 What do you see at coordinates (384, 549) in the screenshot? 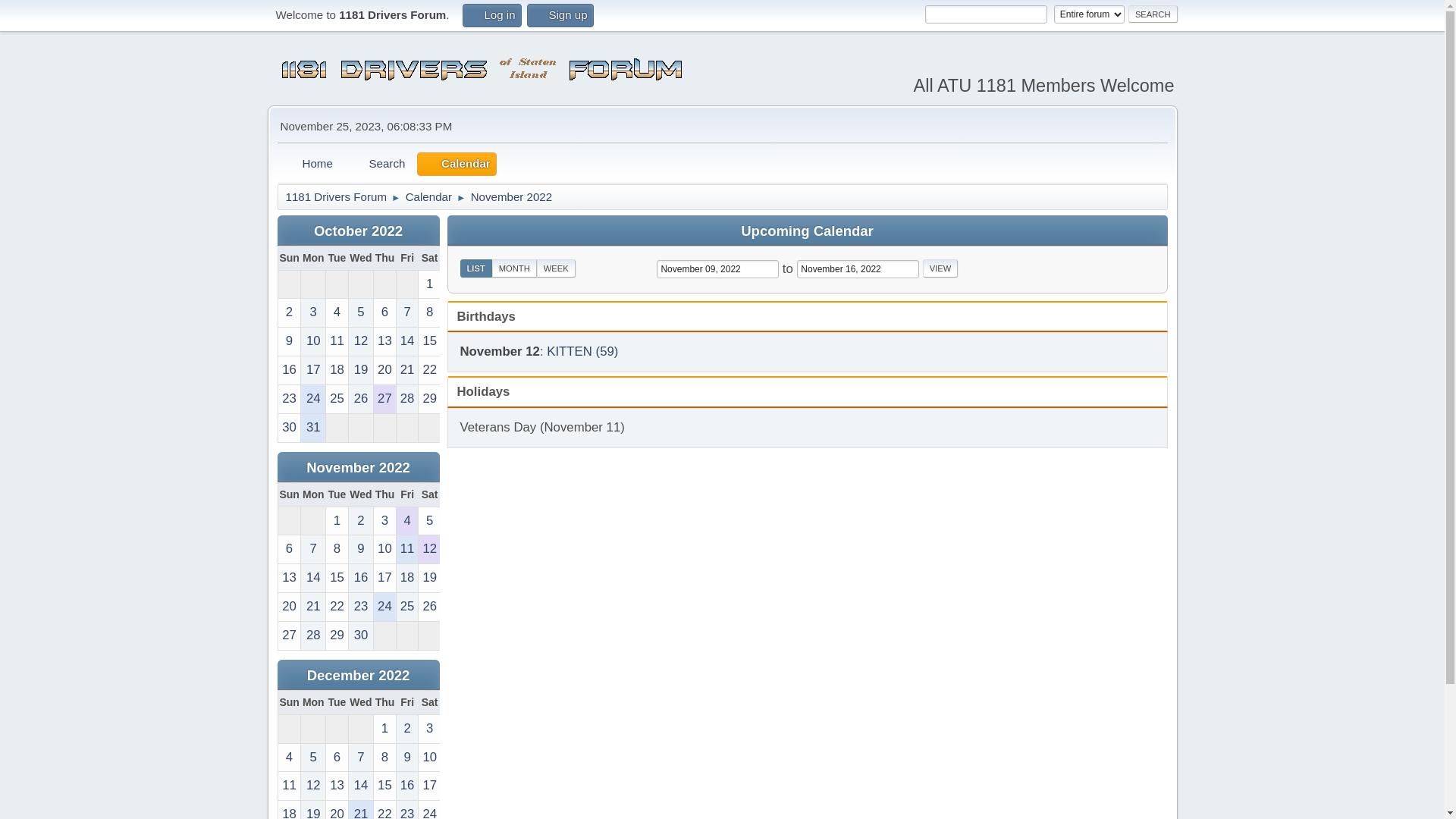
I see `'10'` at bounding box center [384, 549].